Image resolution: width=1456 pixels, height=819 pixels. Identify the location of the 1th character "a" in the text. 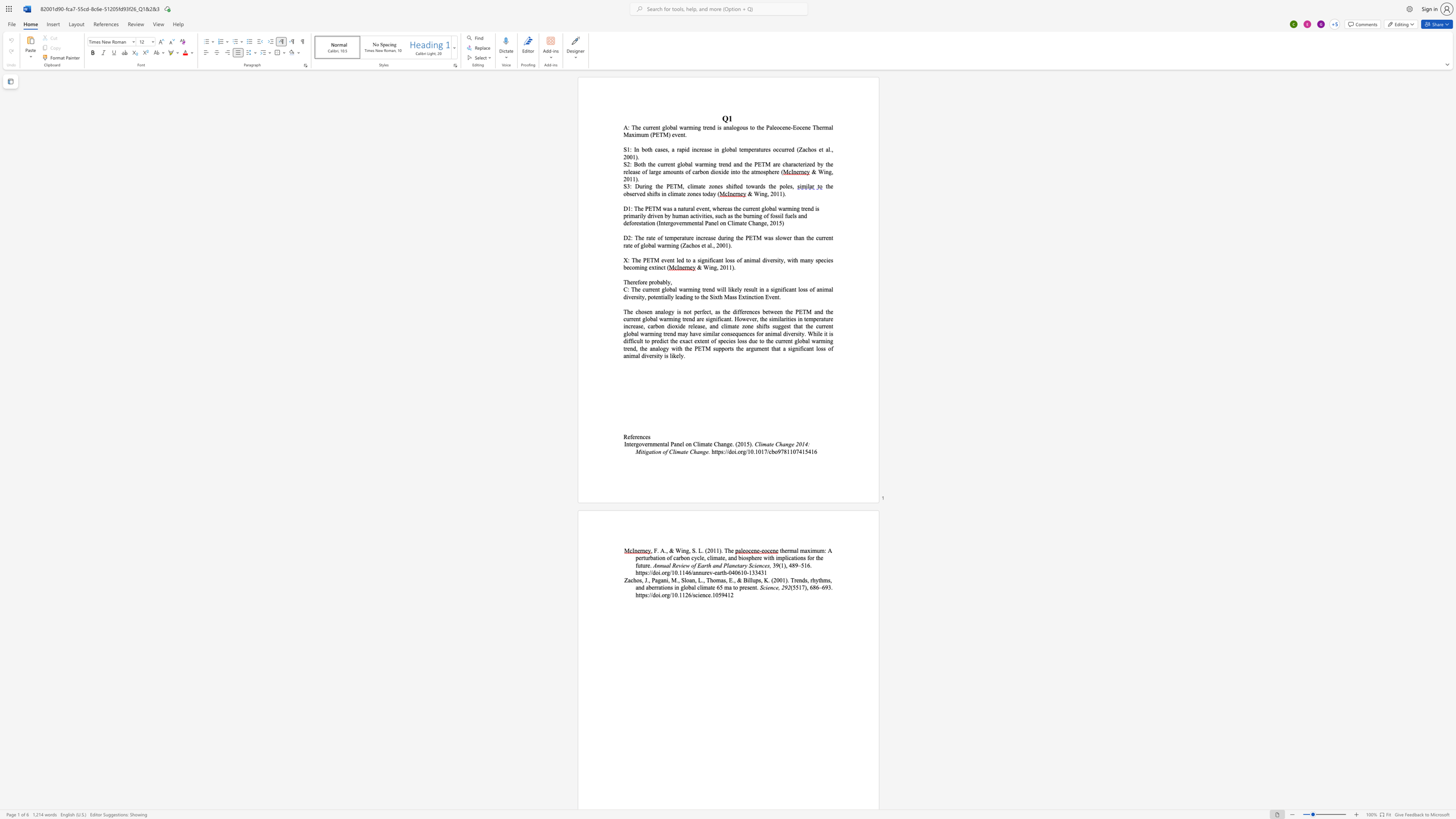
(694, 259).